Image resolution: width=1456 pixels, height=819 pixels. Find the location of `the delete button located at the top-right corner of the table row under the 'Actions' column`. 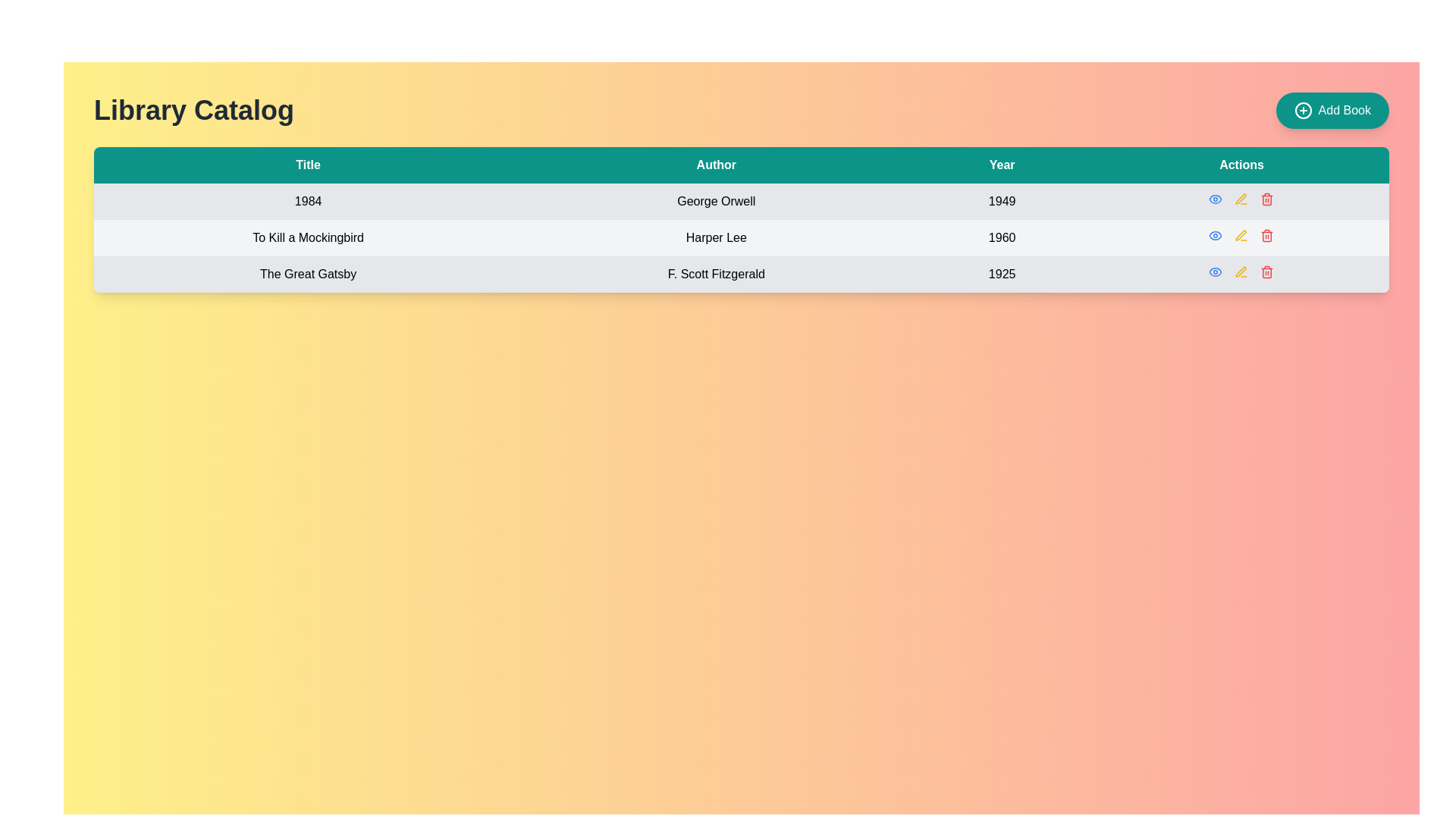

the delete button located at the top-right corner of the table row under the 'Actions' column is located at coordinates (1266, 198).